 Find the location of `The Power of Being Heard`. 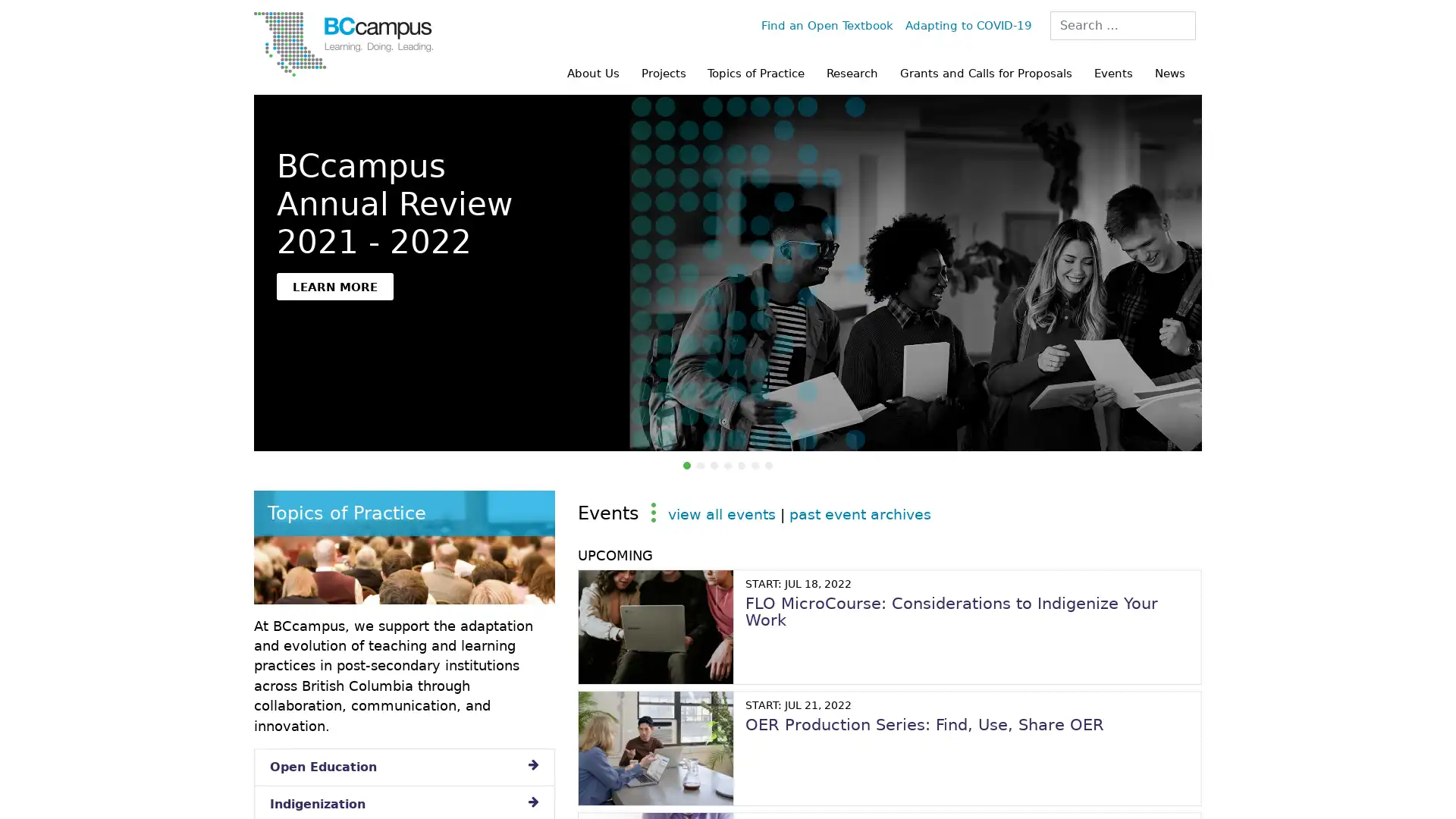

The Power of Being Heard is located at coordinates (768, 464).